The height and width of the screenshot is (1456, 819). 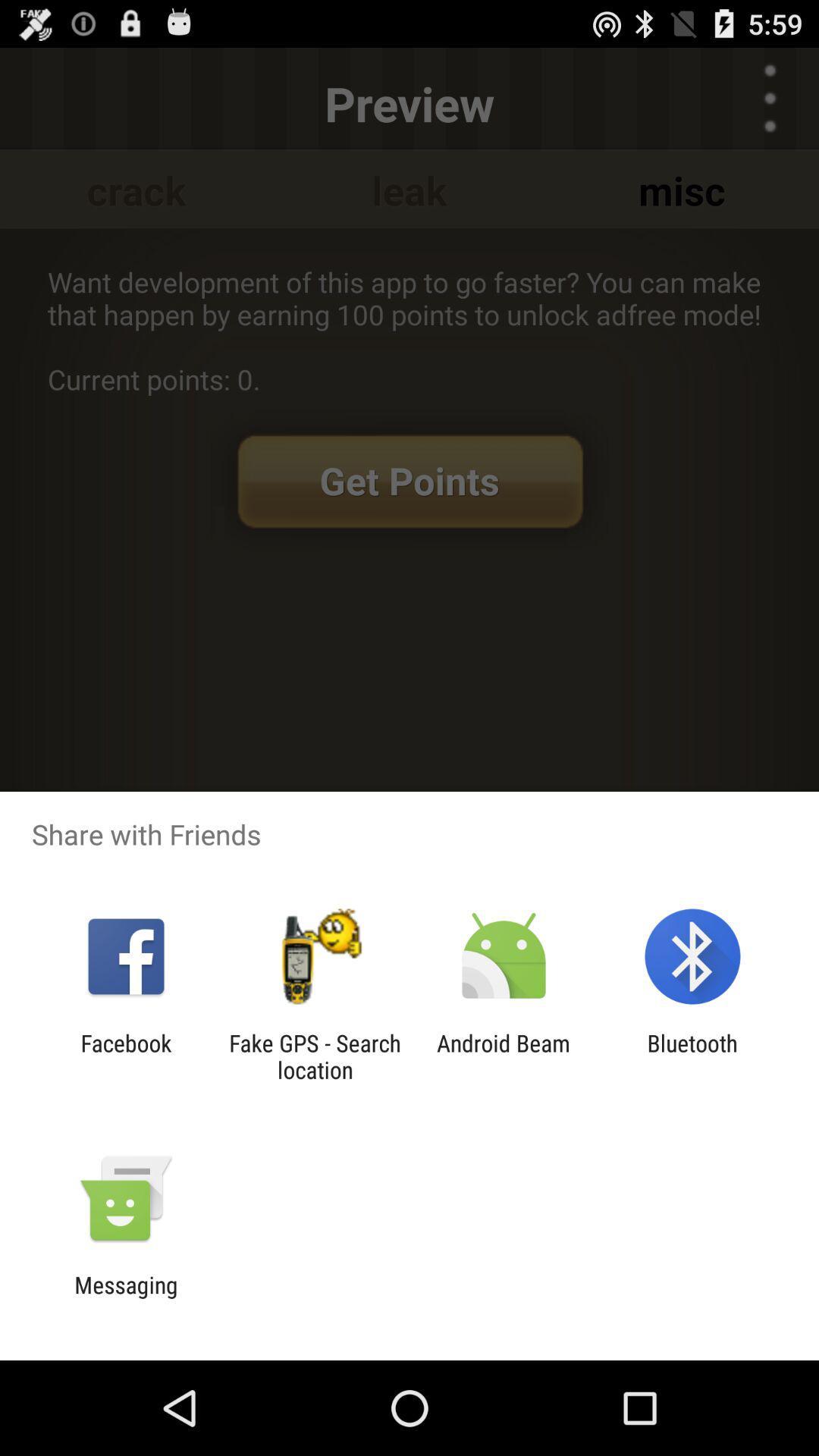 I want to click on bluetooth icon, so click(x=692, y=1056).